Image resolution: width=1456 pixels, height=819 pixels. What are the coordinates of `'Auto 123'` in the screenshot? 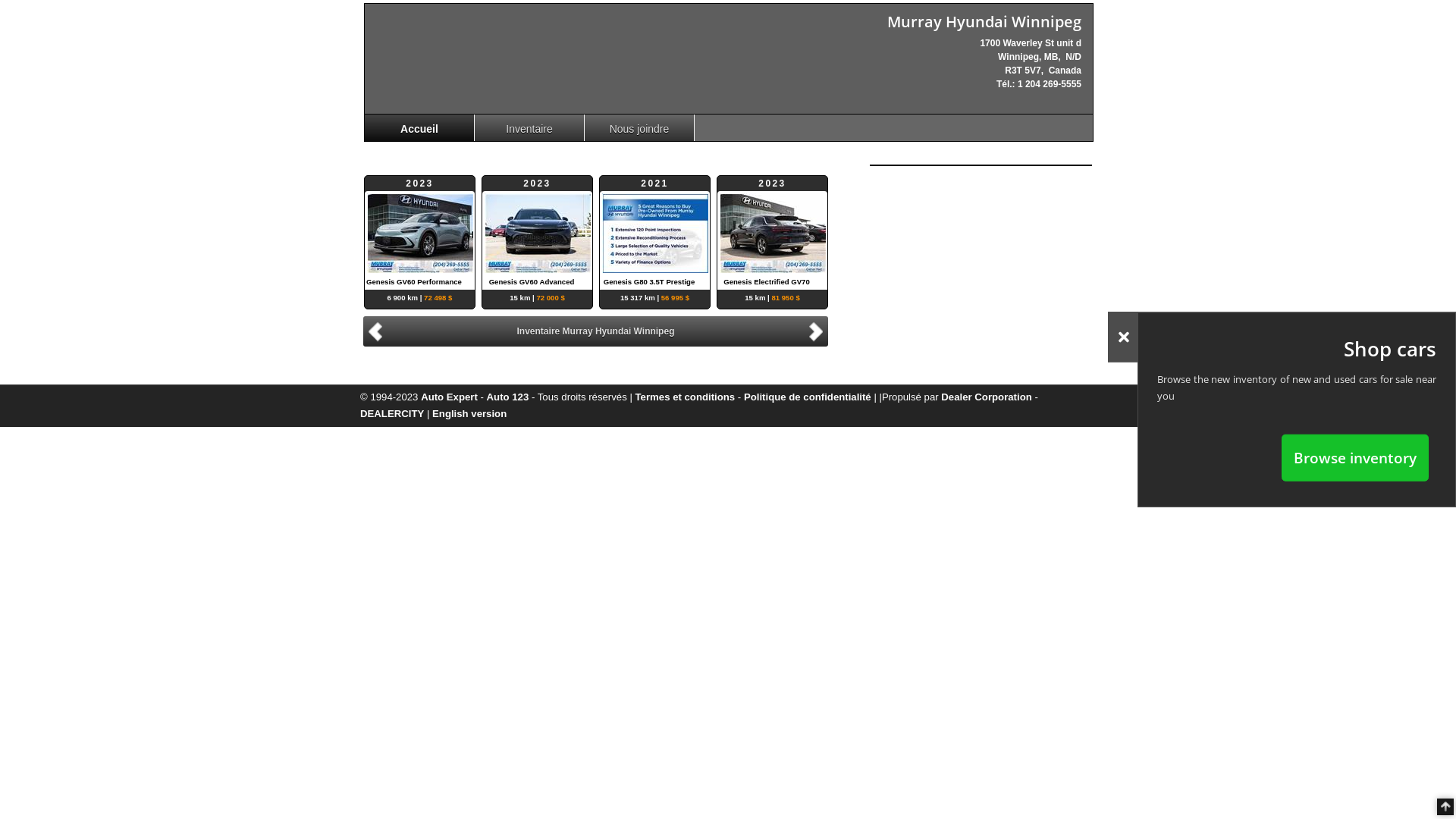 It's located at (508, 396).